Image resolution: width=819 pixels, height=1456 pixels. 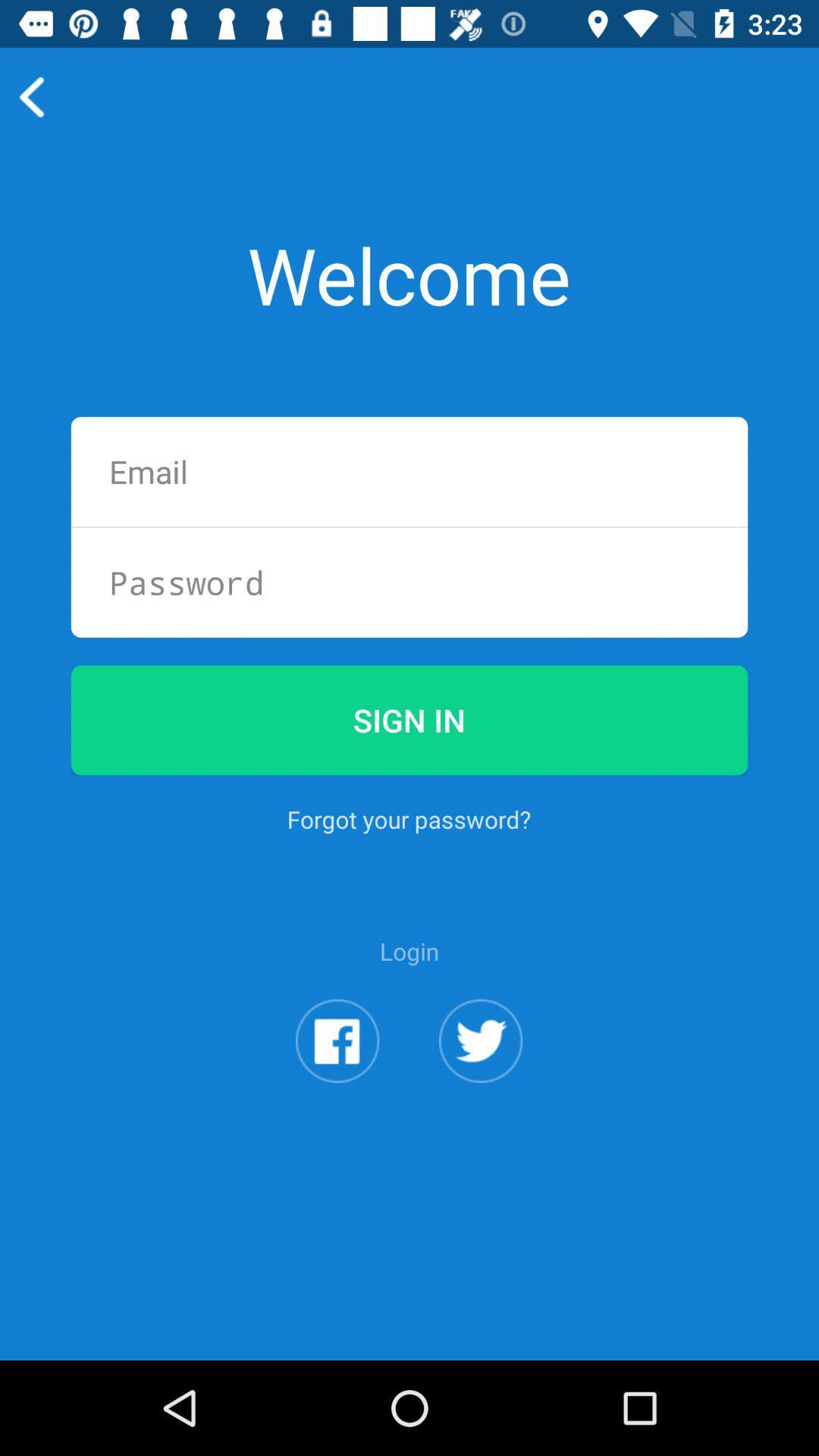 What do you see at coordinates (408, 818) in the screenshot?
I see `button below the sign in item` at bounding box center [408, 818].